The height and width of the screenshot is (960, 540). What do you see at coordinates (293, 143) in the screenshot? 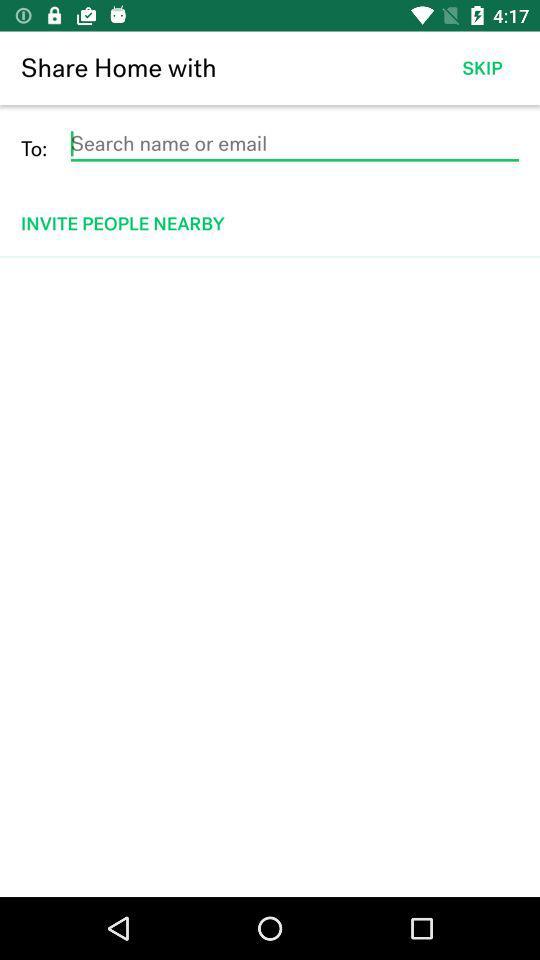
I see `share home with name or email` at bounding box center [293, 143].